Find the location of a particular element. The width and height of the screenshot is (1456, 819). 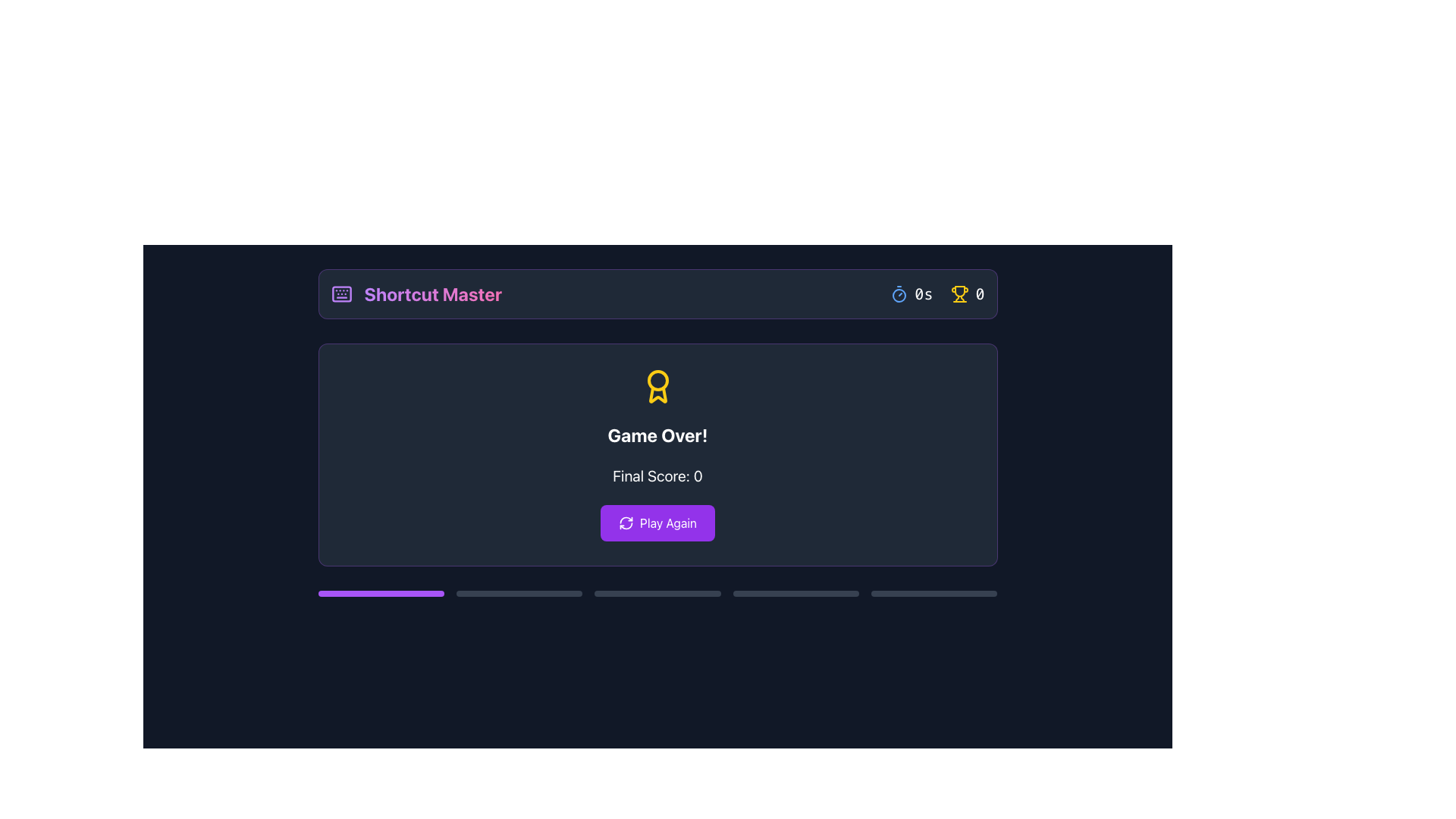

the yellow ribbon segment of the award icon, which is located below the circular medal at the bottom center of the award symbol is located at coordinates (657, 394).